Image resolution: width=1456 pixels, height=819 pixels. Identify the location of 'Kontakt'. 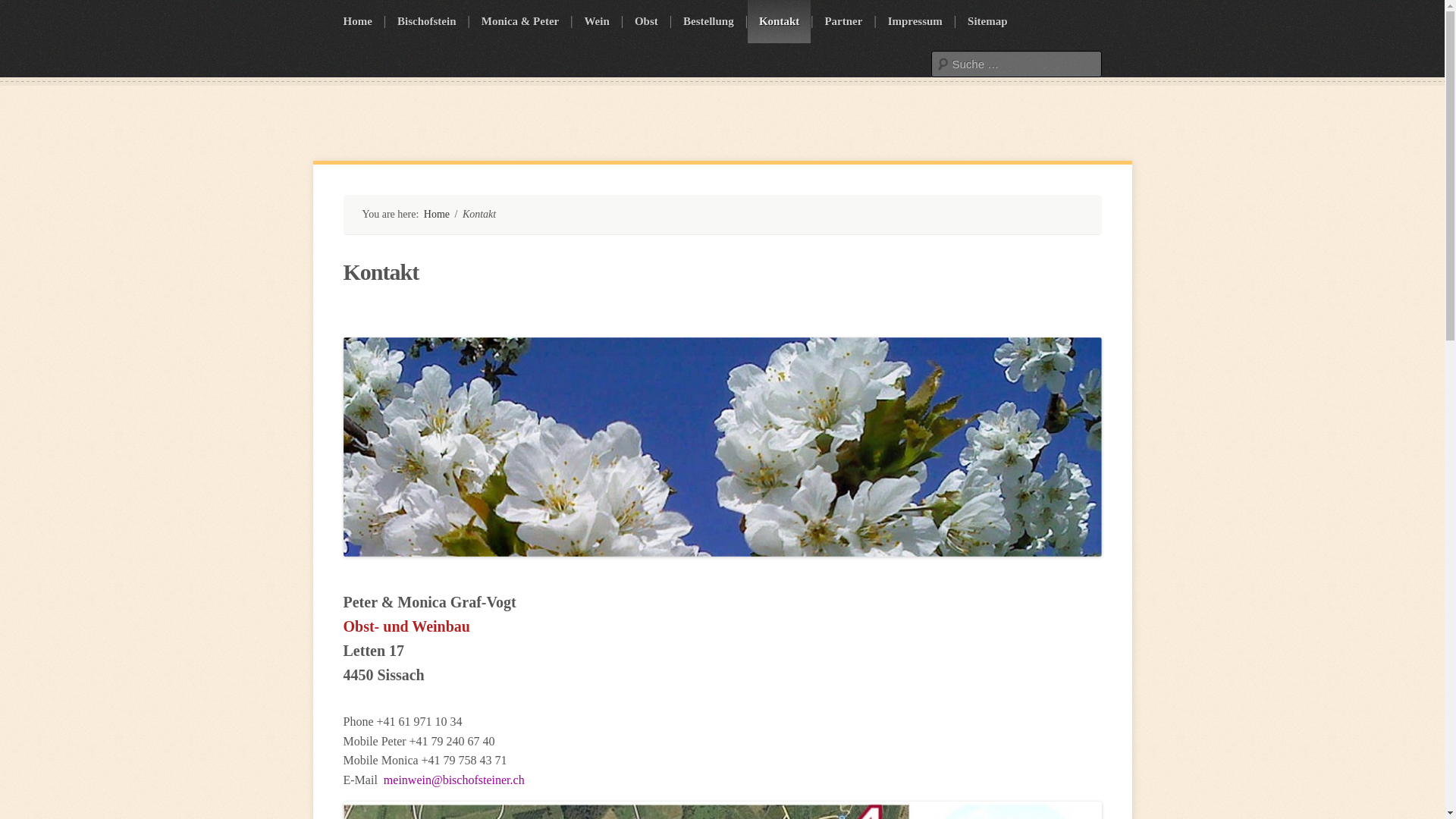
(779, 21).